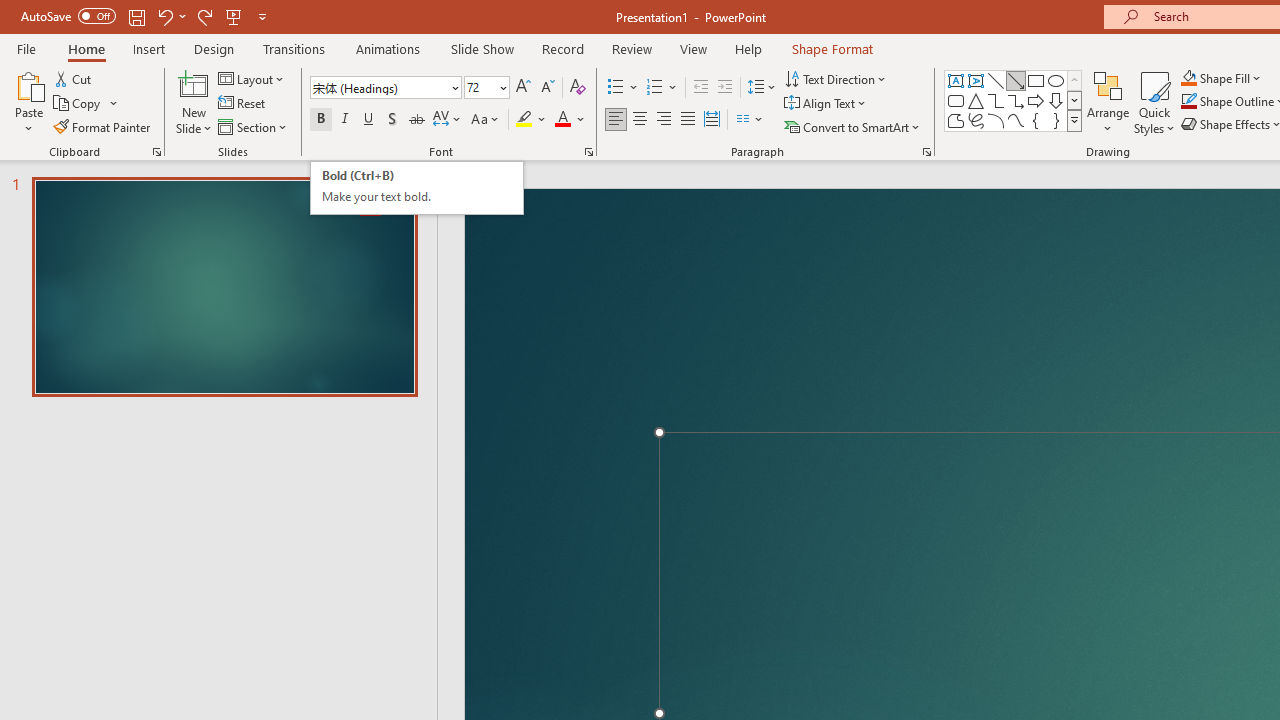 Image resolution: width=1280 pixels, height=720 pixels. I want to click on 'Quick Styles', so click(1154, 103).